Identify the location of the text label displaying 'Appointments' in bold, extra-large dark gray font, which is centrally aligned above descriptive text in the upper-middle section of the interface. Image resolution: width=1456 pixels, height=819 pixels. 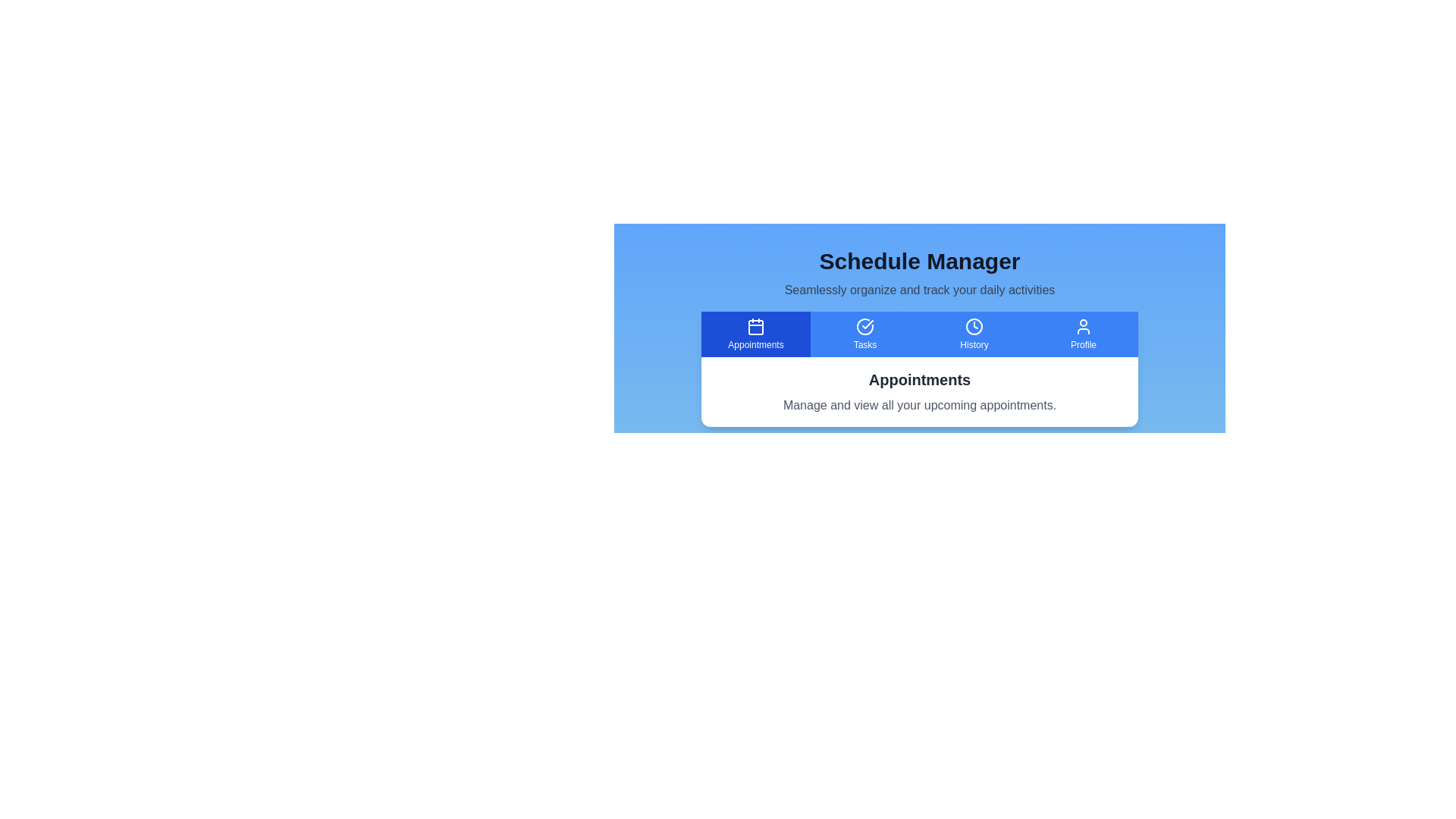
(919, 379).